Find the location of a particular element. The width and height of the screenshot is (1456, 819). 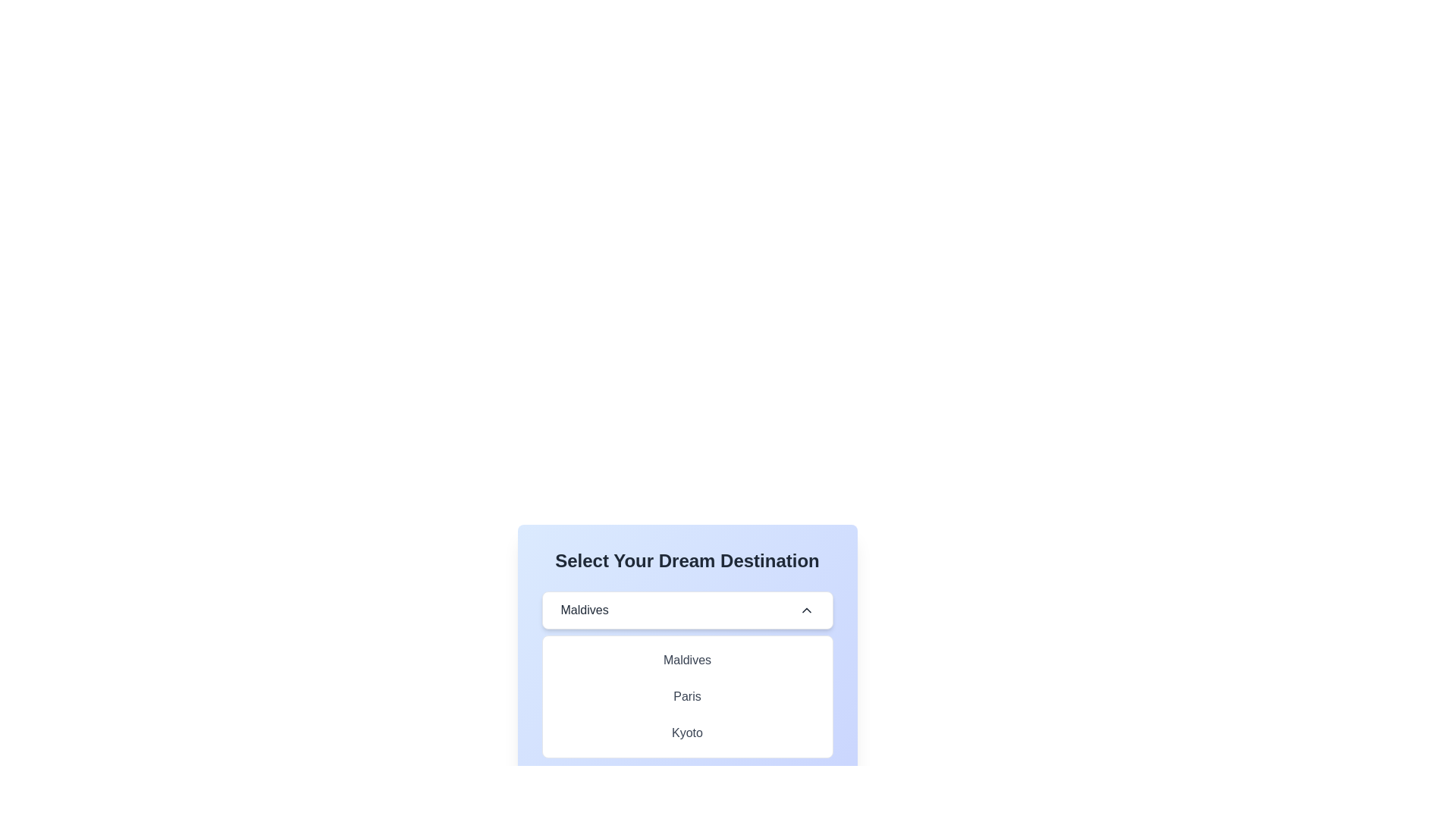

the 'Maldives' option in the dropdown menu is located at coordinates (686, 660).